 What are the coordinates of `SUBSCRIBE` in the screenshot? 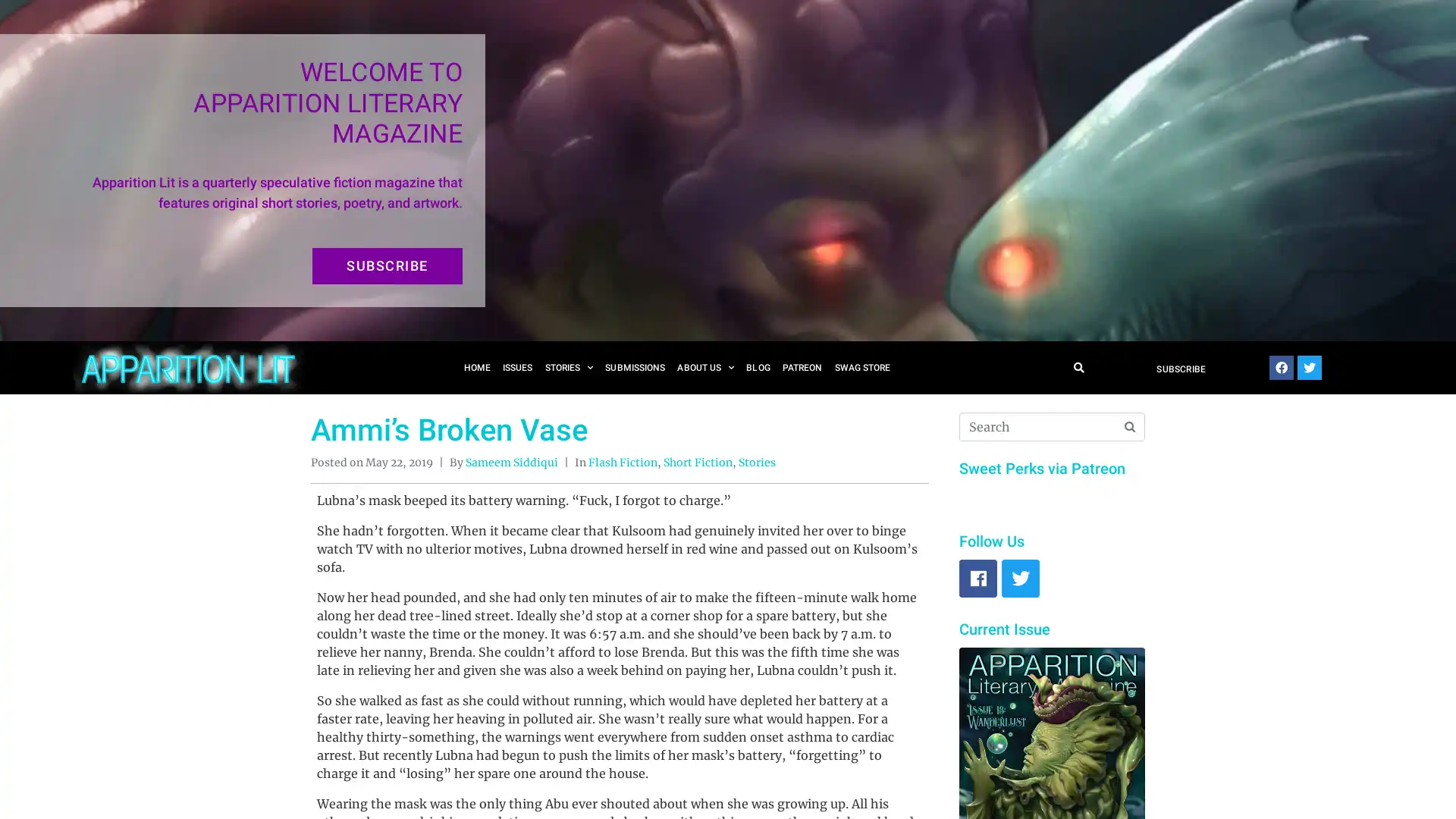 It's located at (387, 265).